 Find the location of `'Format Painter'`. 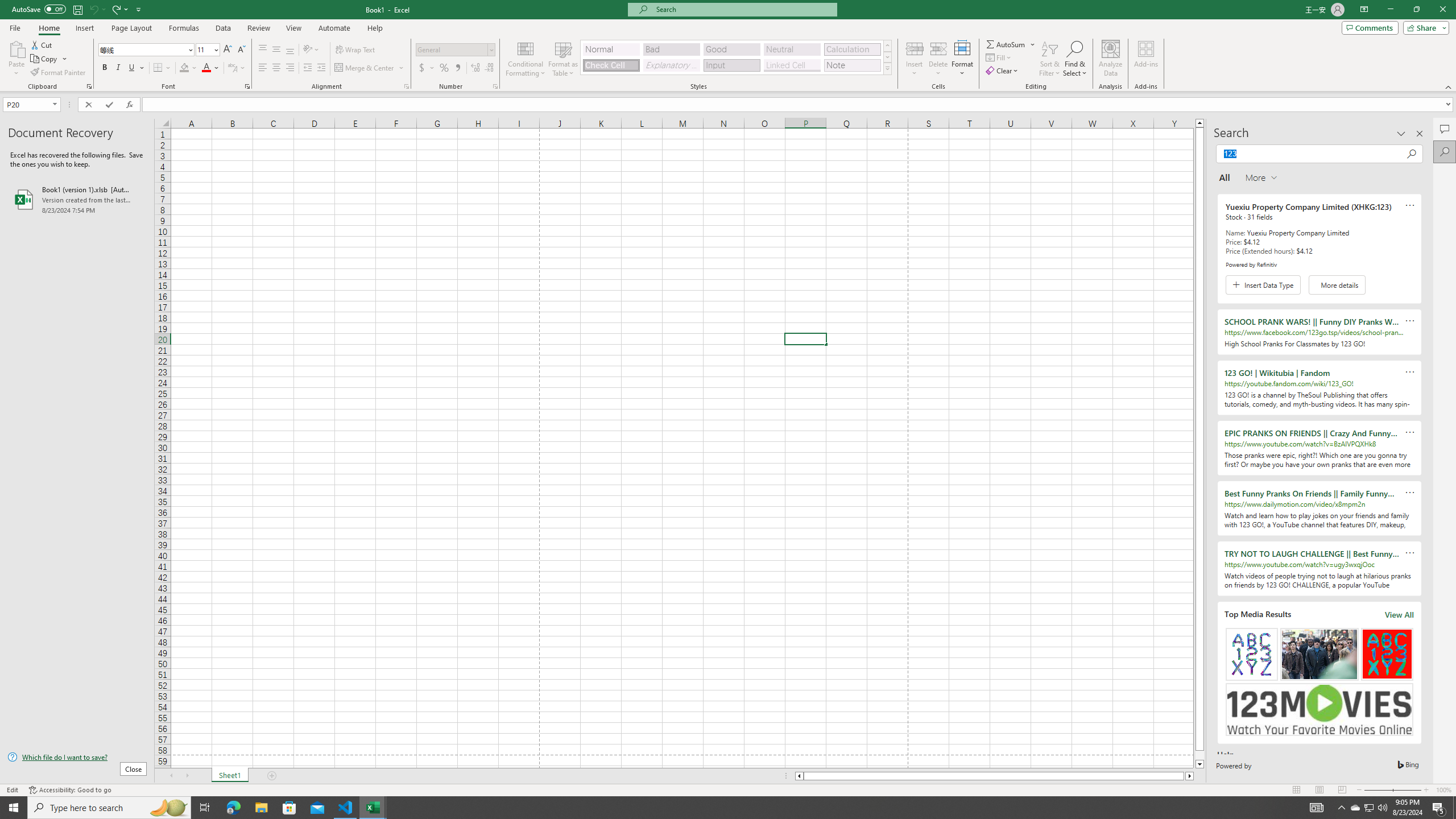

'Format Painter' is located at coordinates (58, 72).